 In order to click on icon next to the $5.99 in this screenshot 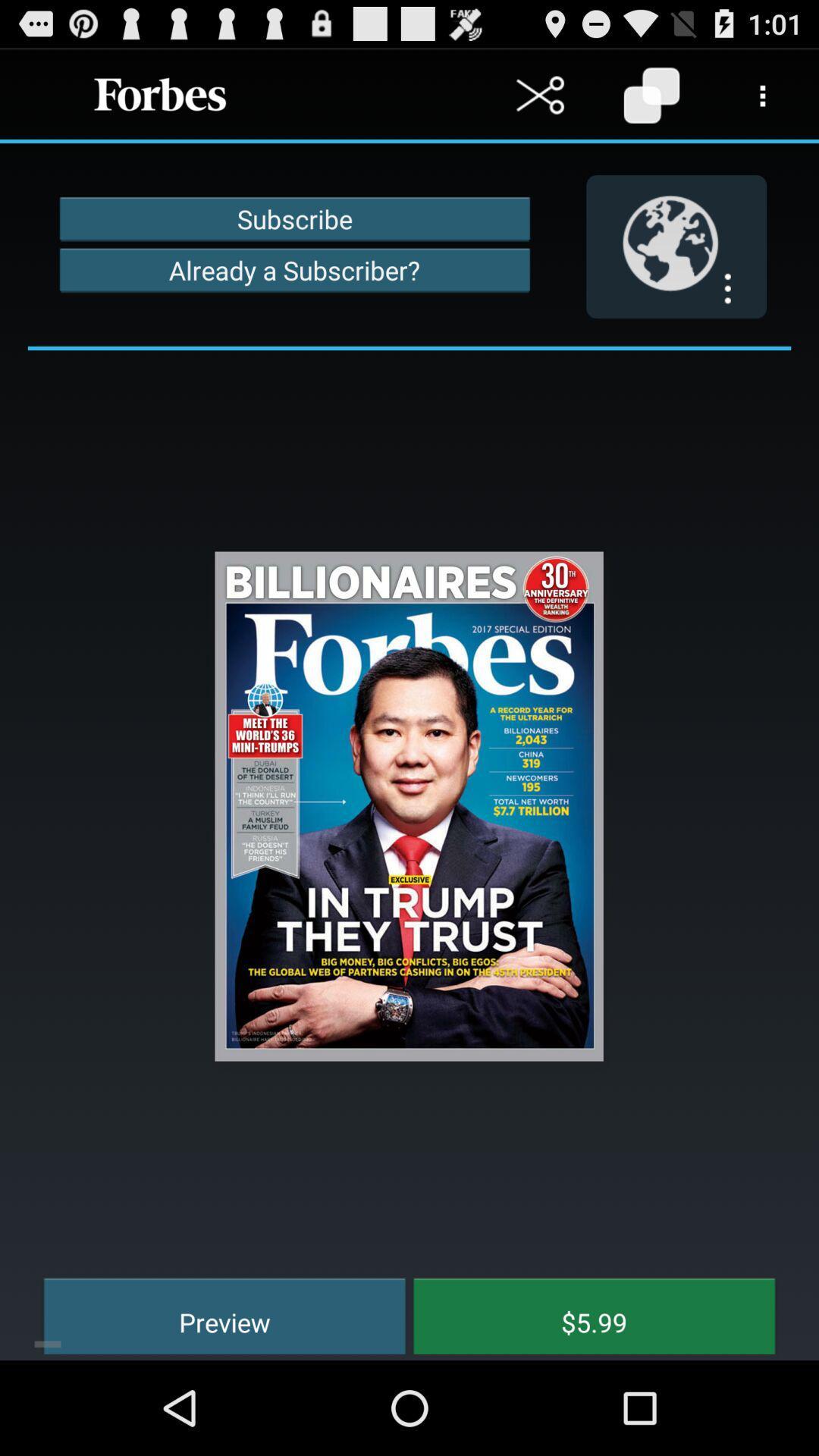, I will do `click(213, 1313)`.